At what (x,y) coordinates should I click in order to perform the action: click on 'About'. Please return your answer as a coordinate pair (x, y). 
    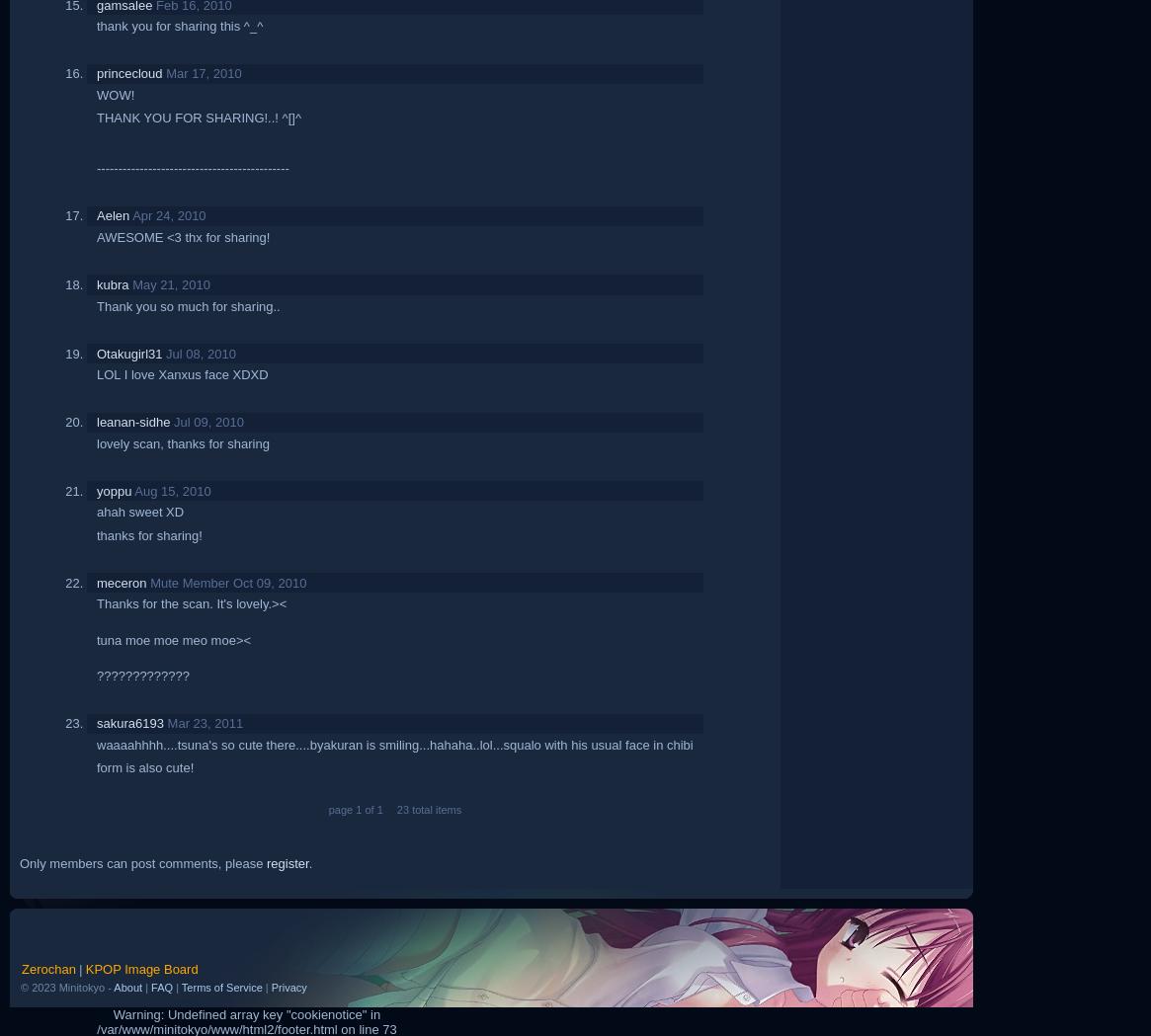
    Looking at the image, I should click on (127, 985).